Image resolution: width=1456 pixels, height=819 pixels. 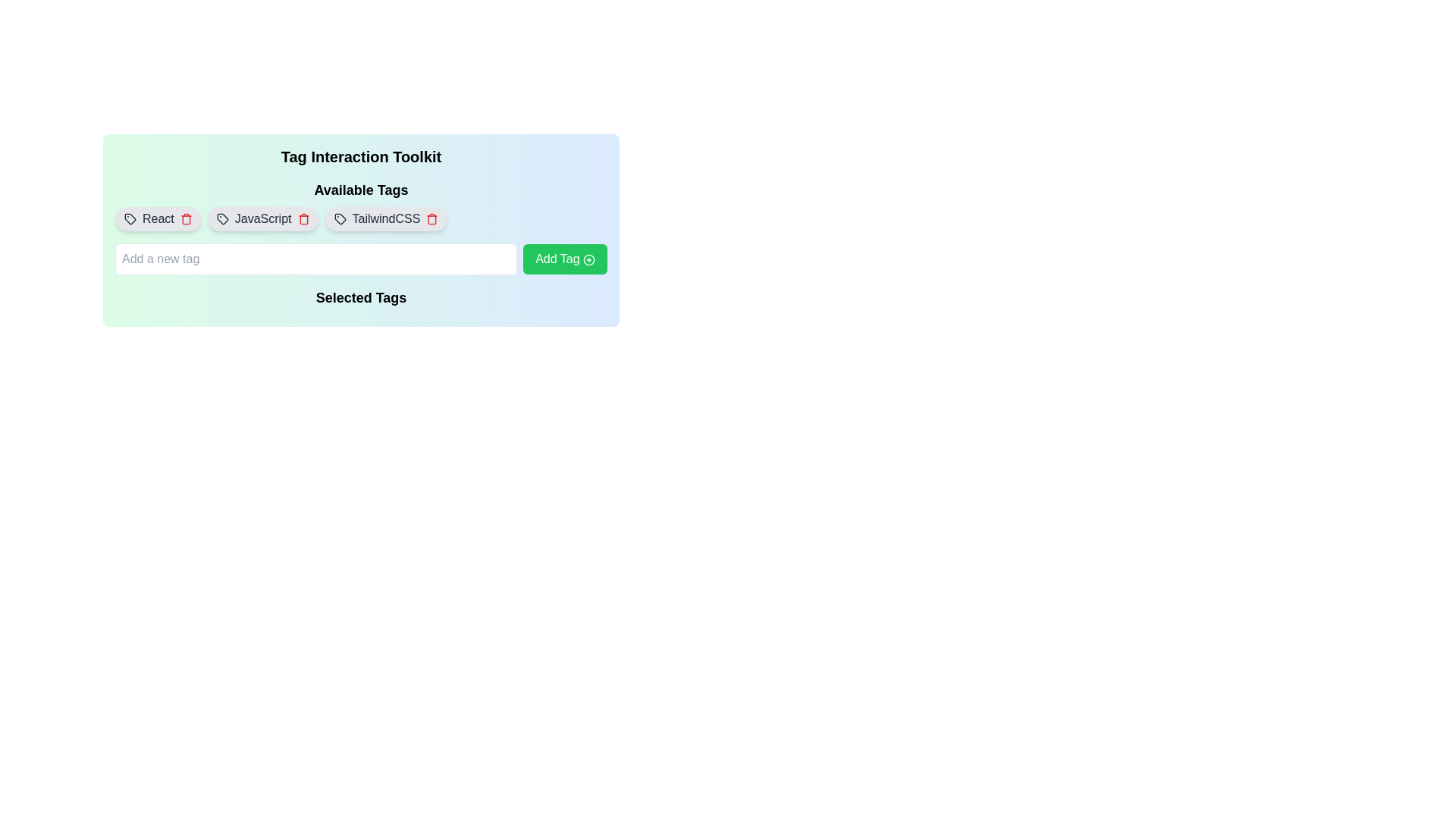 I want to click on the icon button located to the right of the 'JavaScript' tag, so click(x=303, y=219).